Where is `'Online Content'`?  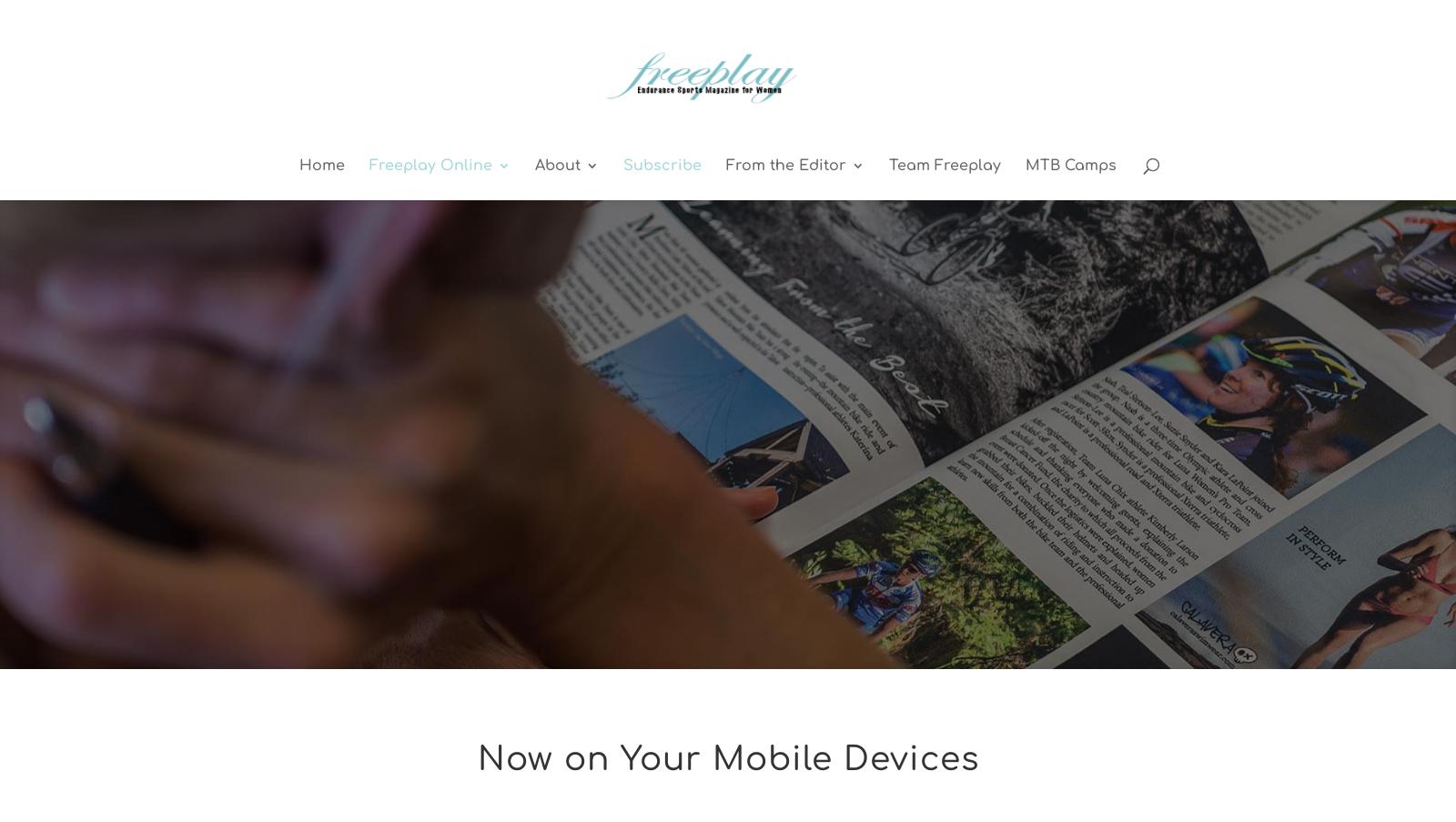
'Online Content' is located at coordinates (461, 238).